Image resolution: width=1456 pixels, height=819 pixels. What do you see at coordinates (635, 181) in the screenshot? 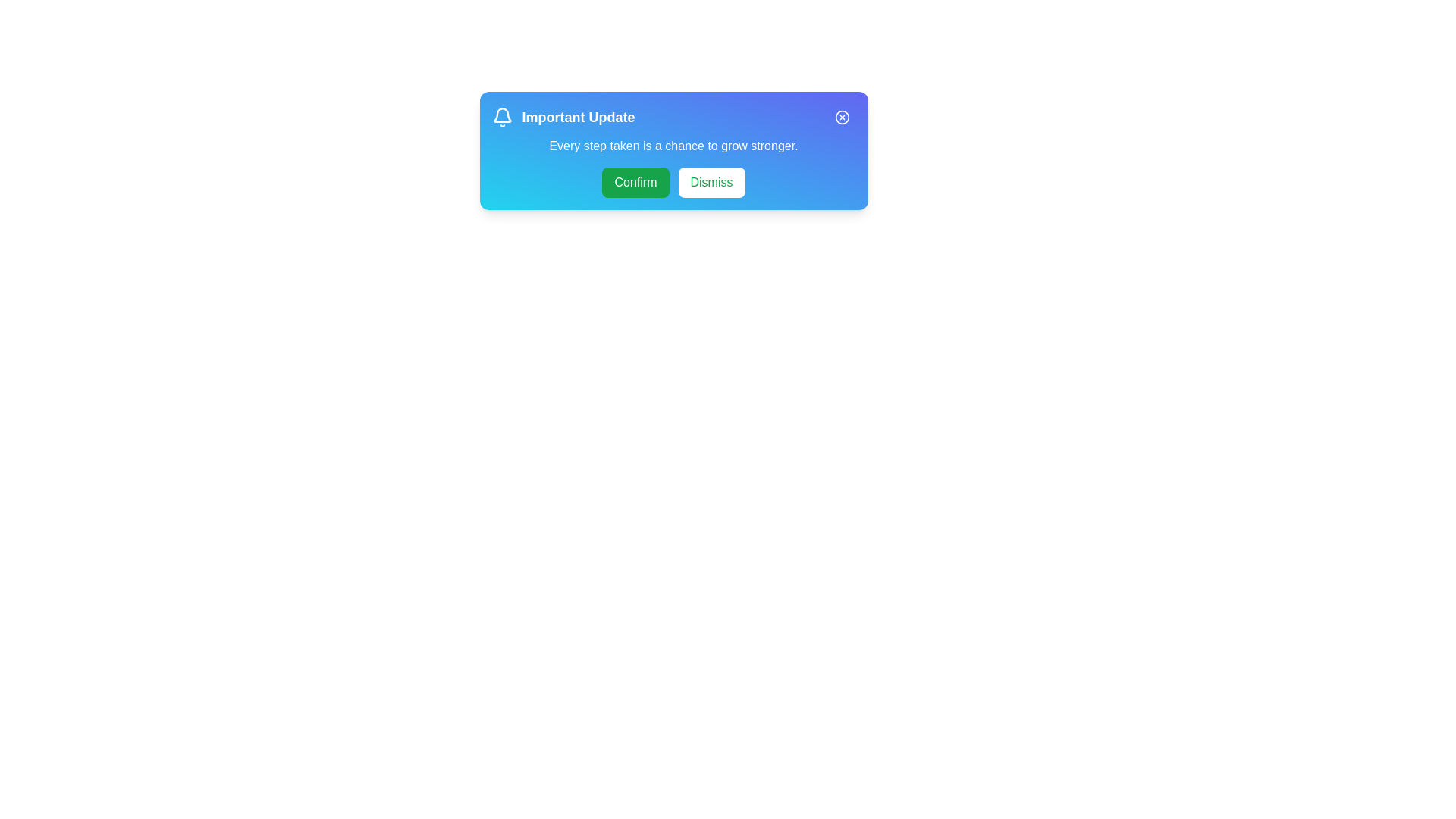
I see `Confirm button to confirm the update` at bounding box center [635, 181].